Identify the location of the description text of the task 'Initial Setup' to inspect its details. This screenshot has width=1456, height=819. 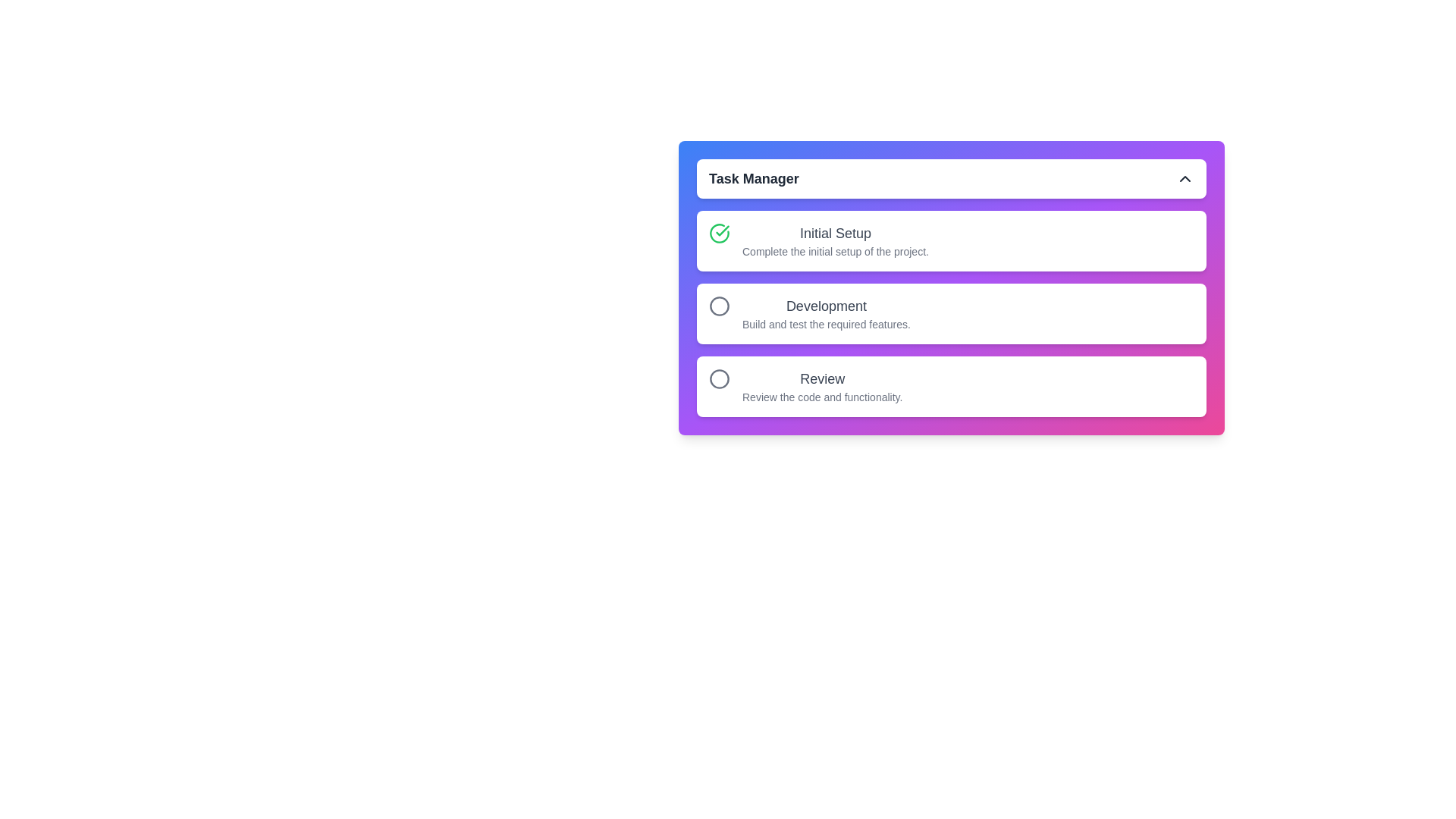
(834, 240).